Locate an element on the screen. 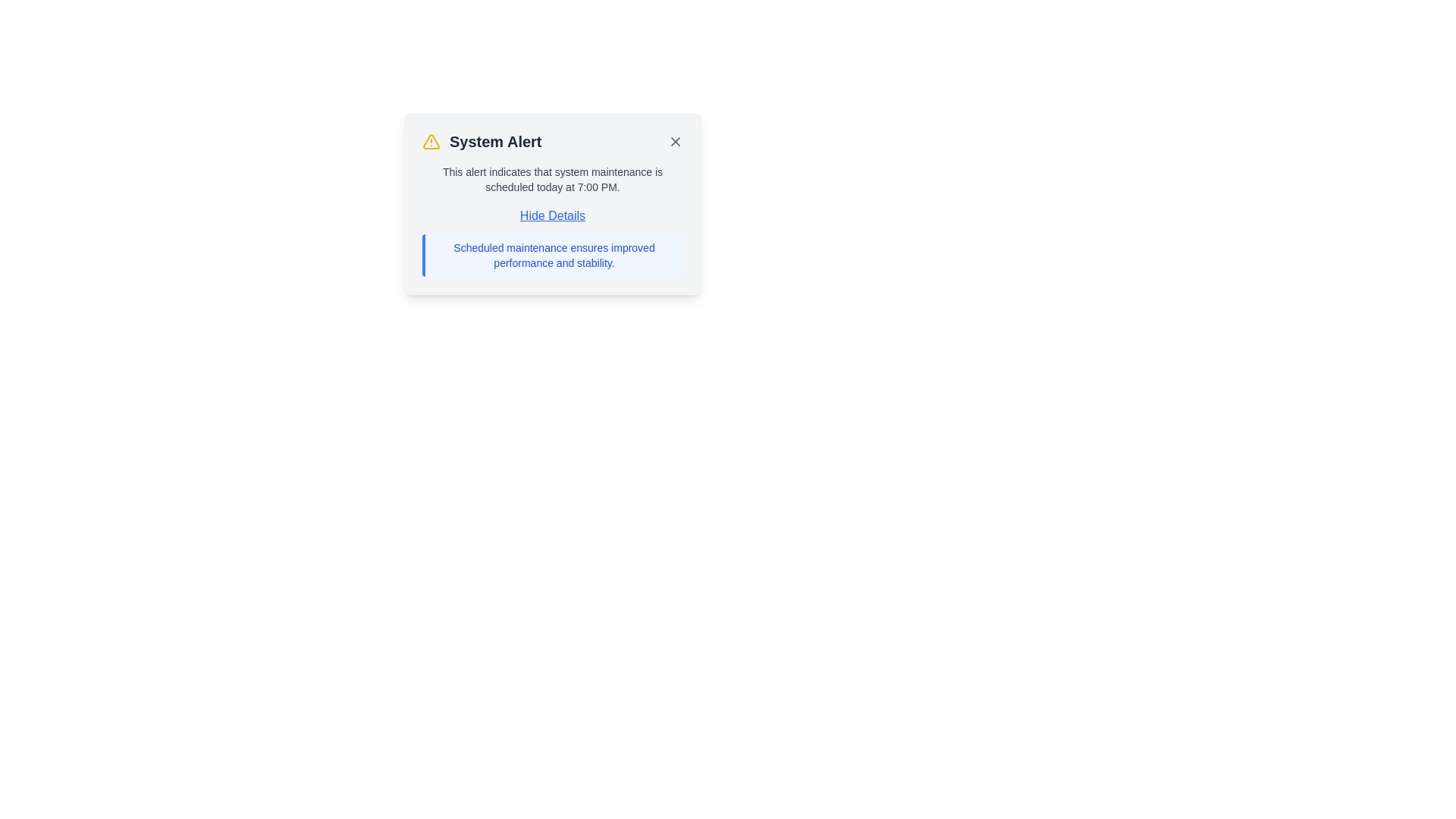  the yellow outlined triangle warning icon located to the left of the 'System Alert' text for information is located at coordinates (431, 141).